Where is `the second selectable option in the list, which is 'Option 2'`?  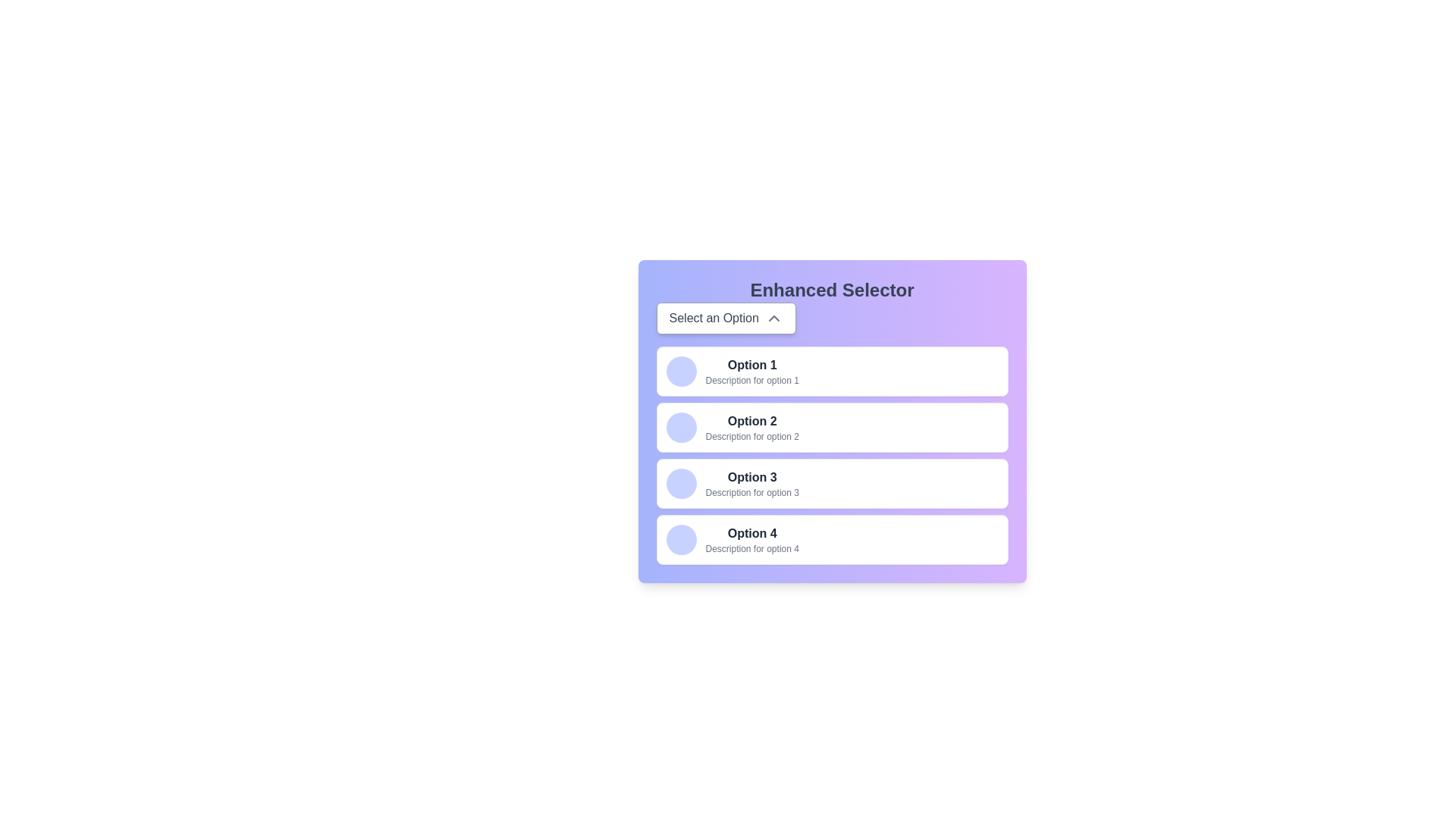 the second selectable option in the list, which is 'Option 2' is located at coordinates (831, 427).